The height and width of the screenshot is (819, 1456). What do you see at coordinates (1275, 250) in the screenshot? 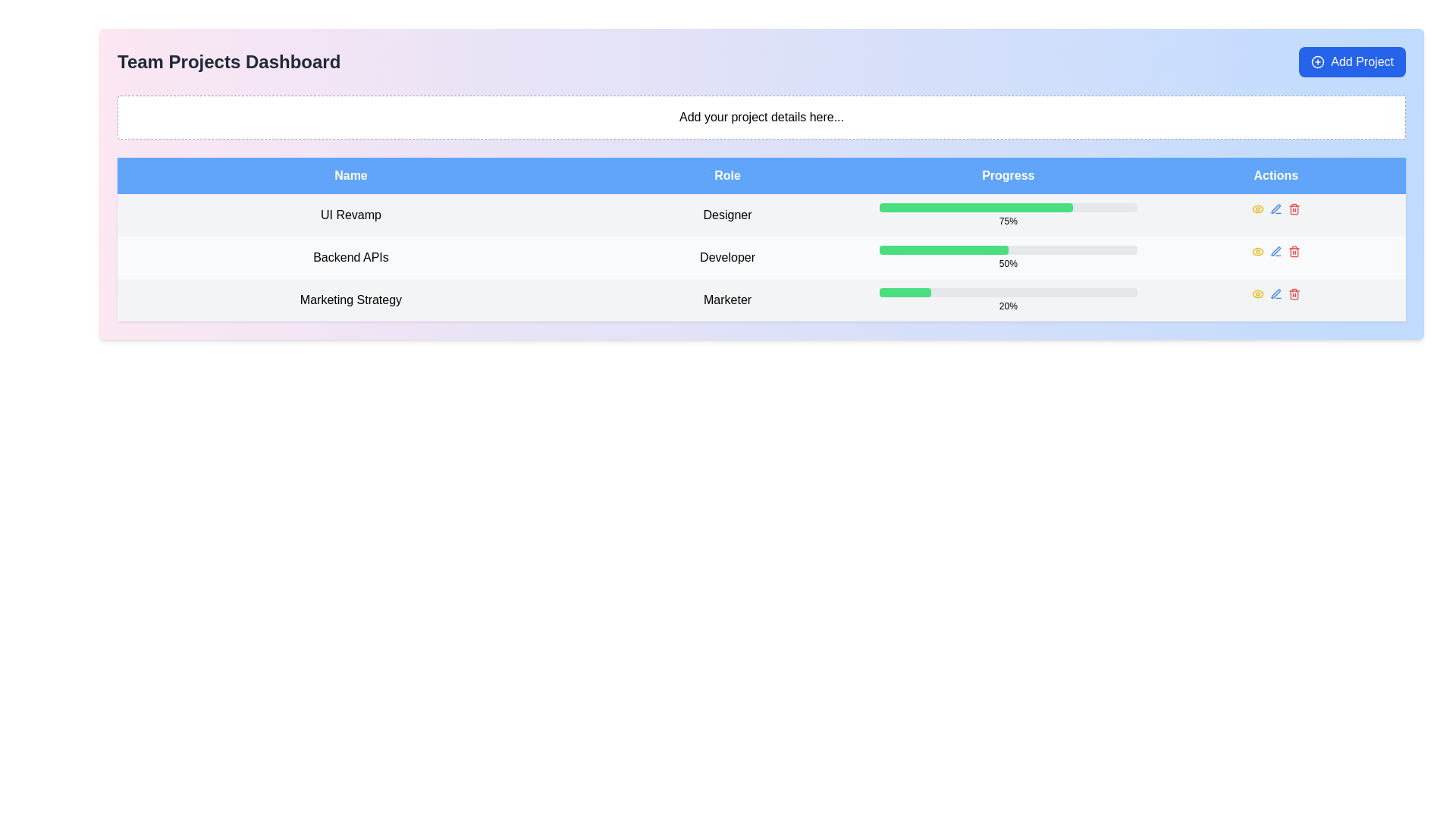
I see `the edit icon button located in the 'Actions' column of the second row in the data table to initiate an edit action` at bounding box center [1275, 250].